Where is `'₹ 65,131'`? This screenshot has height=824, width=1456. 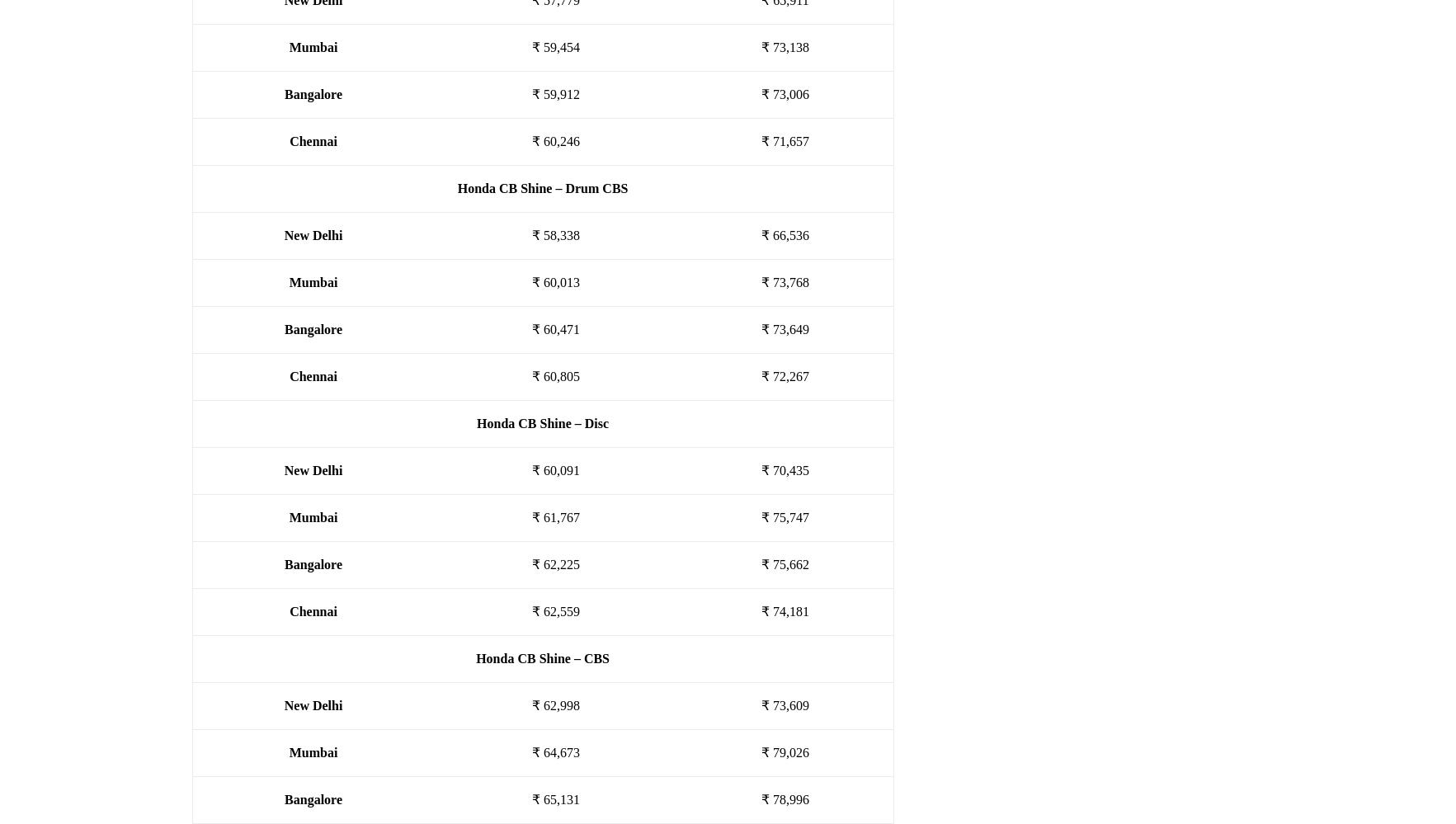
'₹ 65,131' is located at coordinates (554, 798).